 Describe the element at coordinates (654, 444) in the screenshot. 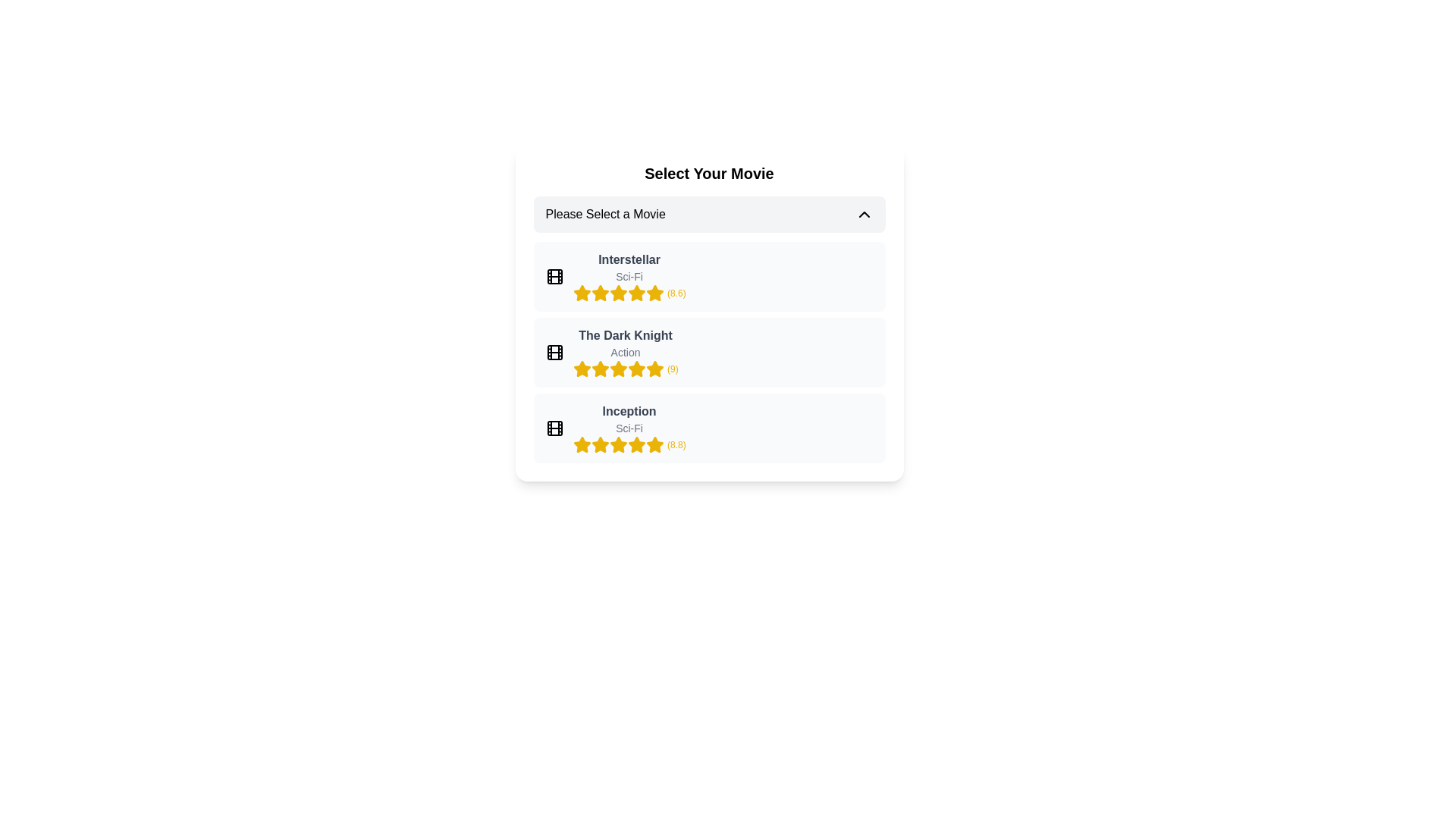

I see `the third star in the rating system for the movie 'Inception' in the 'Please Select a Movie' section` at that location.